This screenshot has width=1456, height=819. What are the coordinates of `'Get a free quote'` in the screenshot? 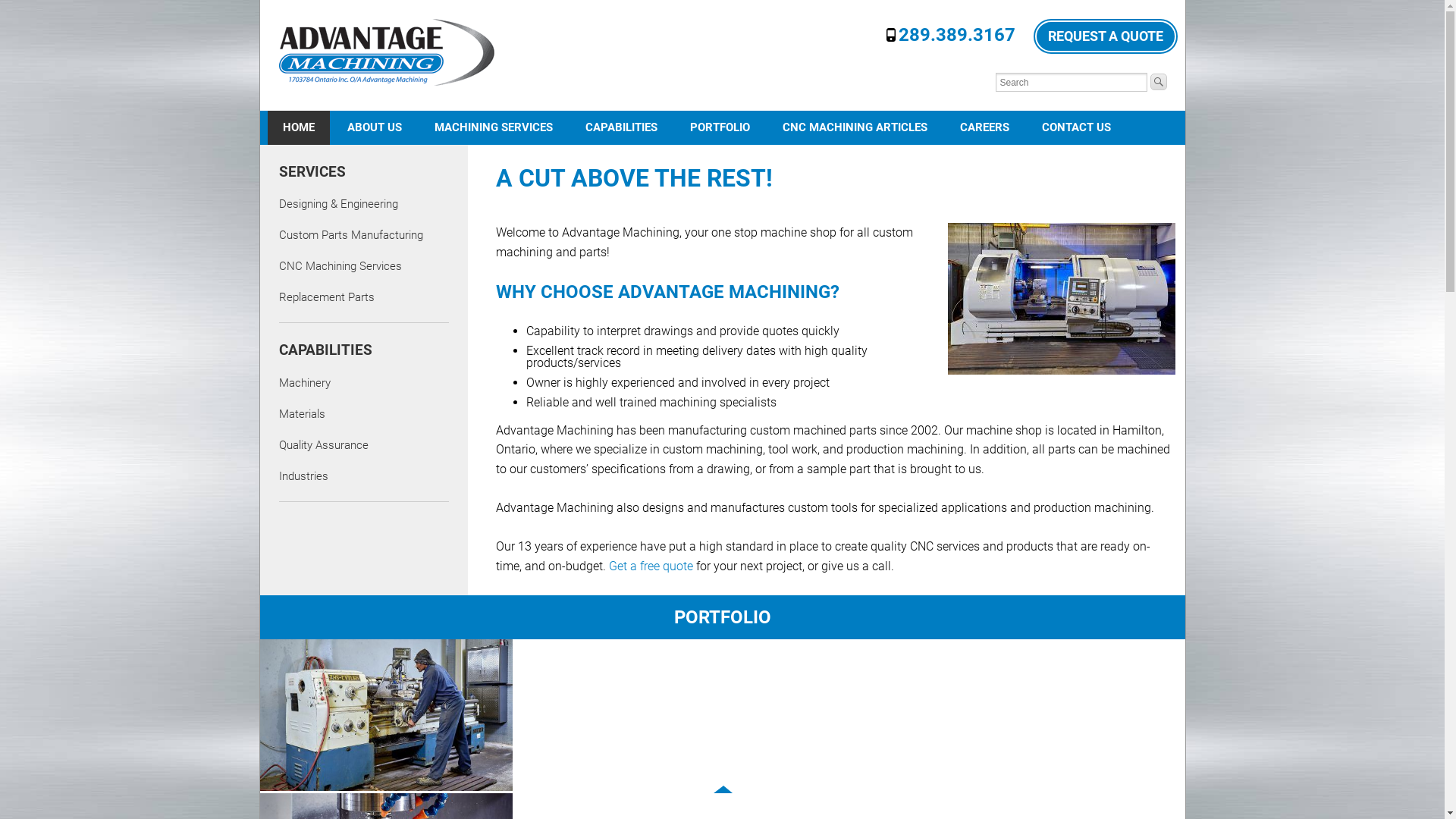 It's located at (608, 566).